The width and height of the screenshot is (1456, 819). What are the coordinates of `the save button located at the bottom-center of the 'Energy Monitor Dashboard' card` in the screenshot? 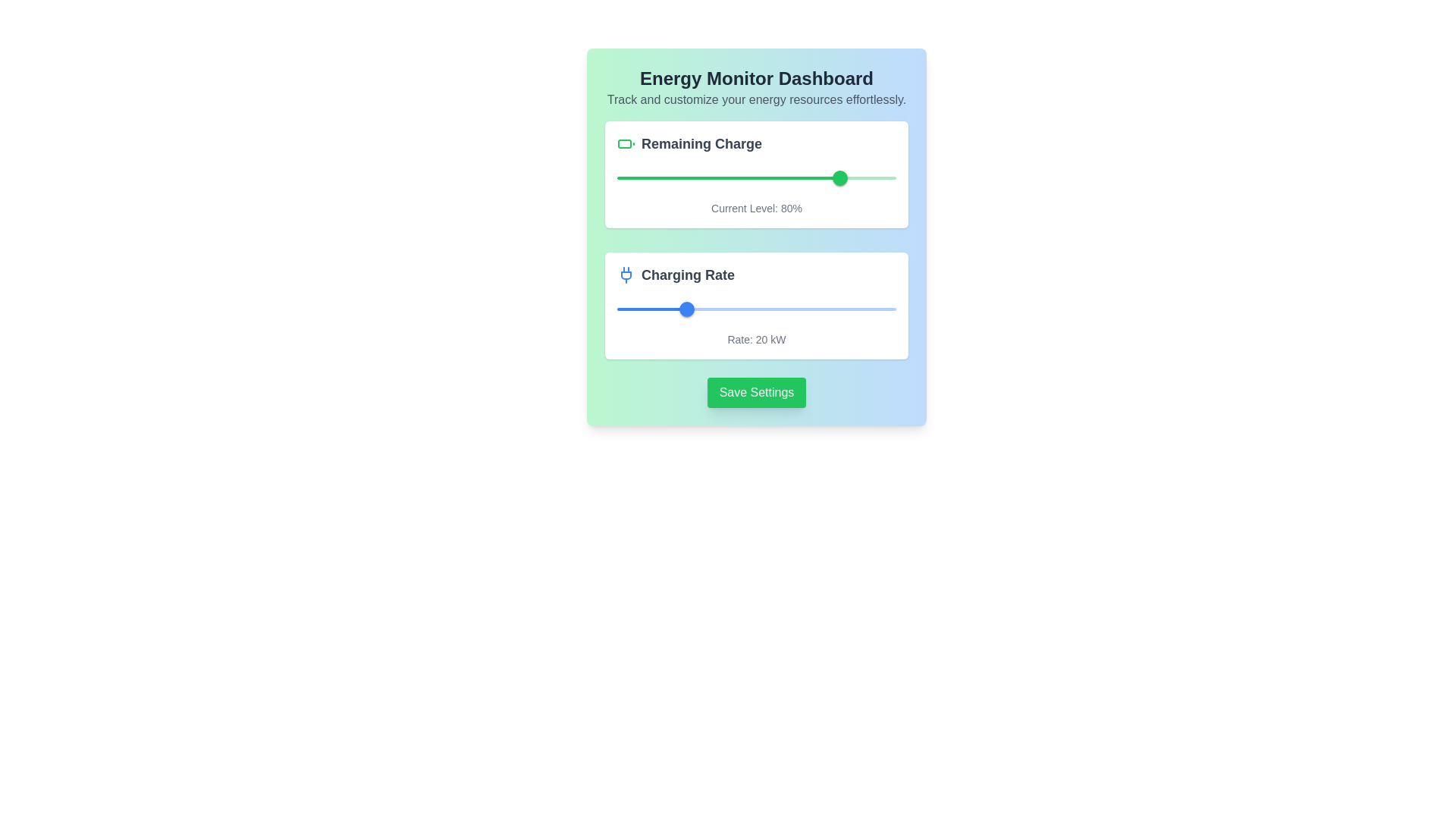 It's located at (757, 391).